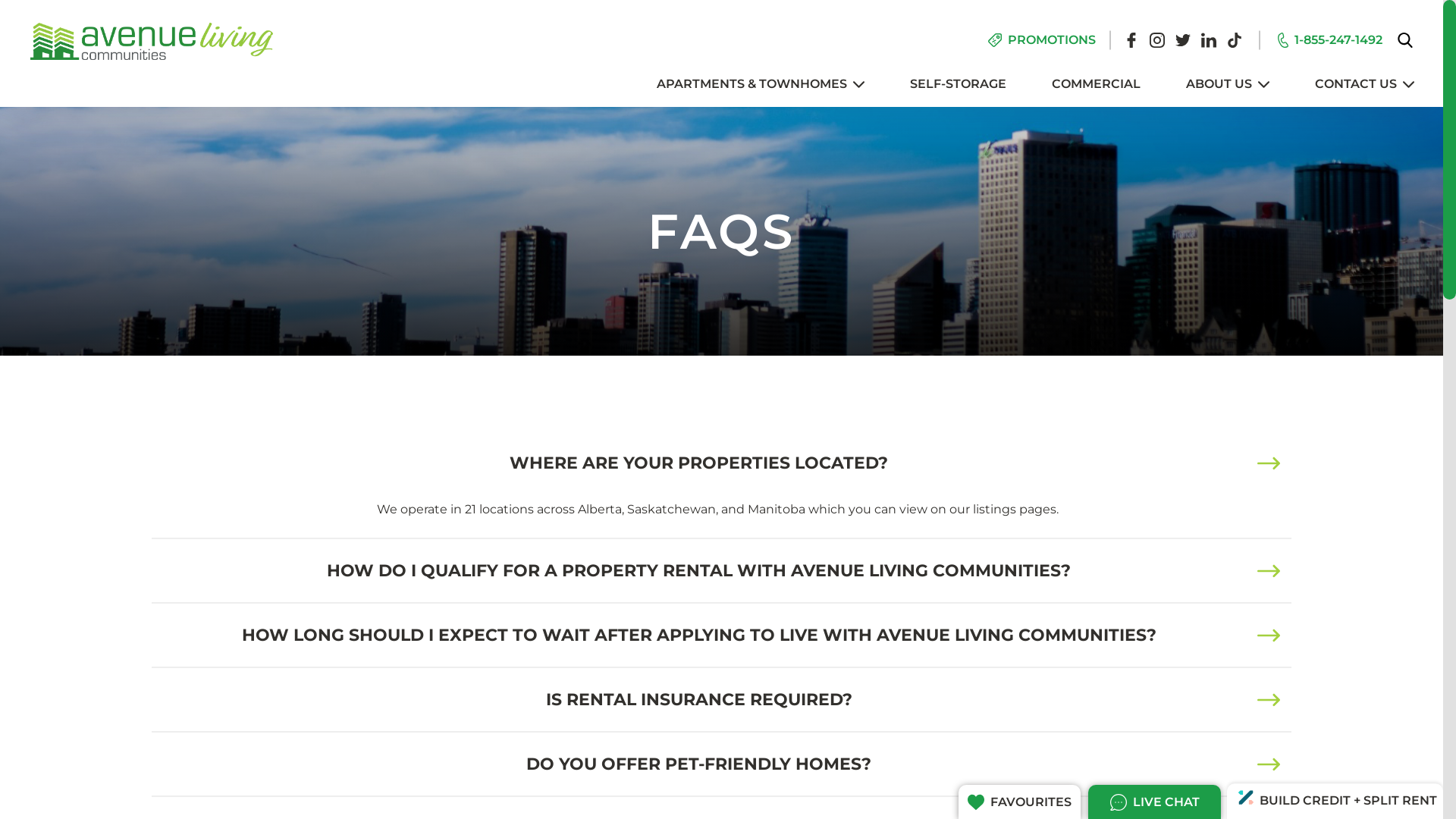 This screenshot has height=819, width=1456. I want to click on 'PROMOTIONS', so click(987, 39).